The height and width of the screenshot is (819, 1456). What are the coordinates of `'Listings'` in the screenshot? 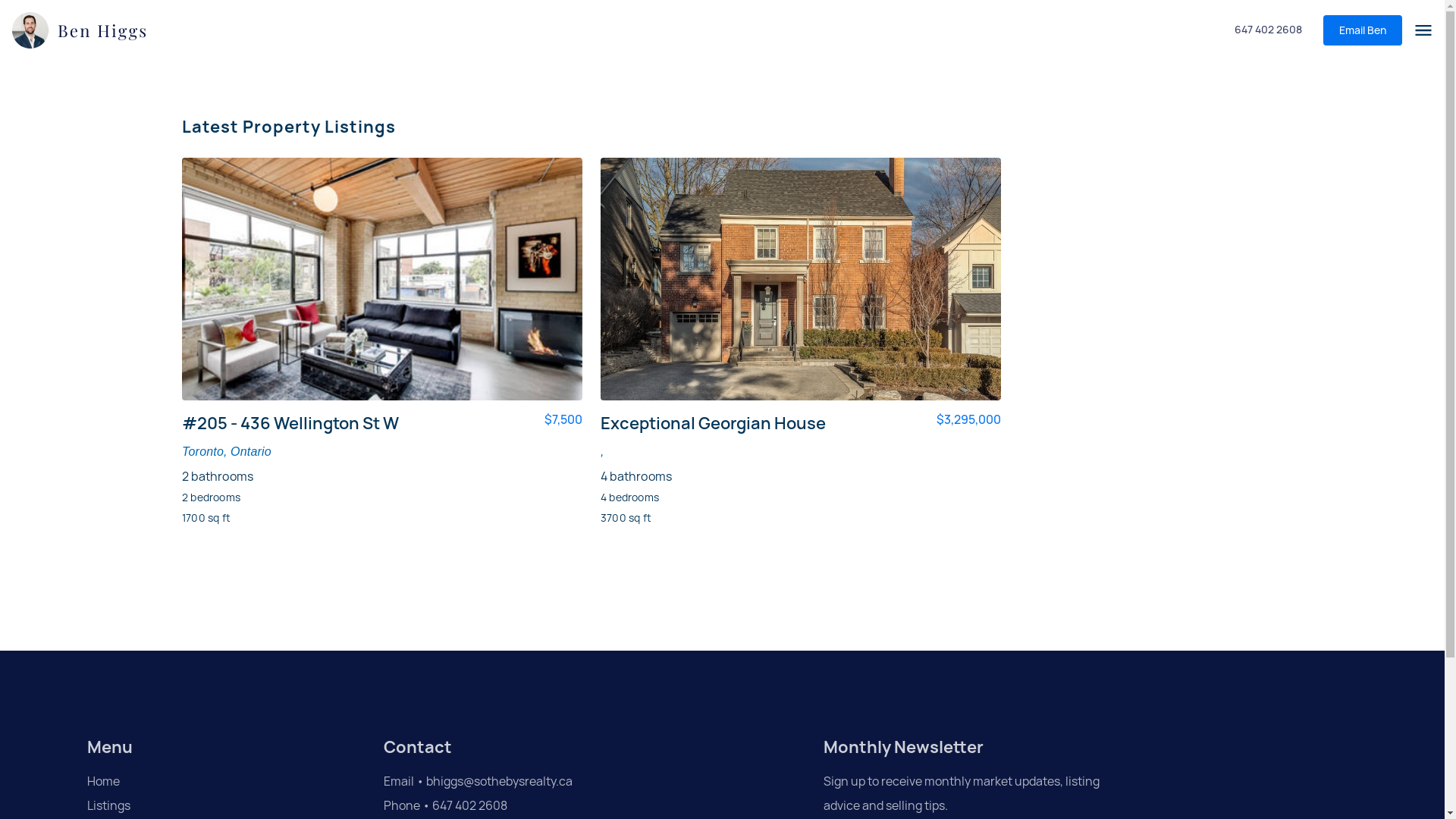 It's located at (184, 805).